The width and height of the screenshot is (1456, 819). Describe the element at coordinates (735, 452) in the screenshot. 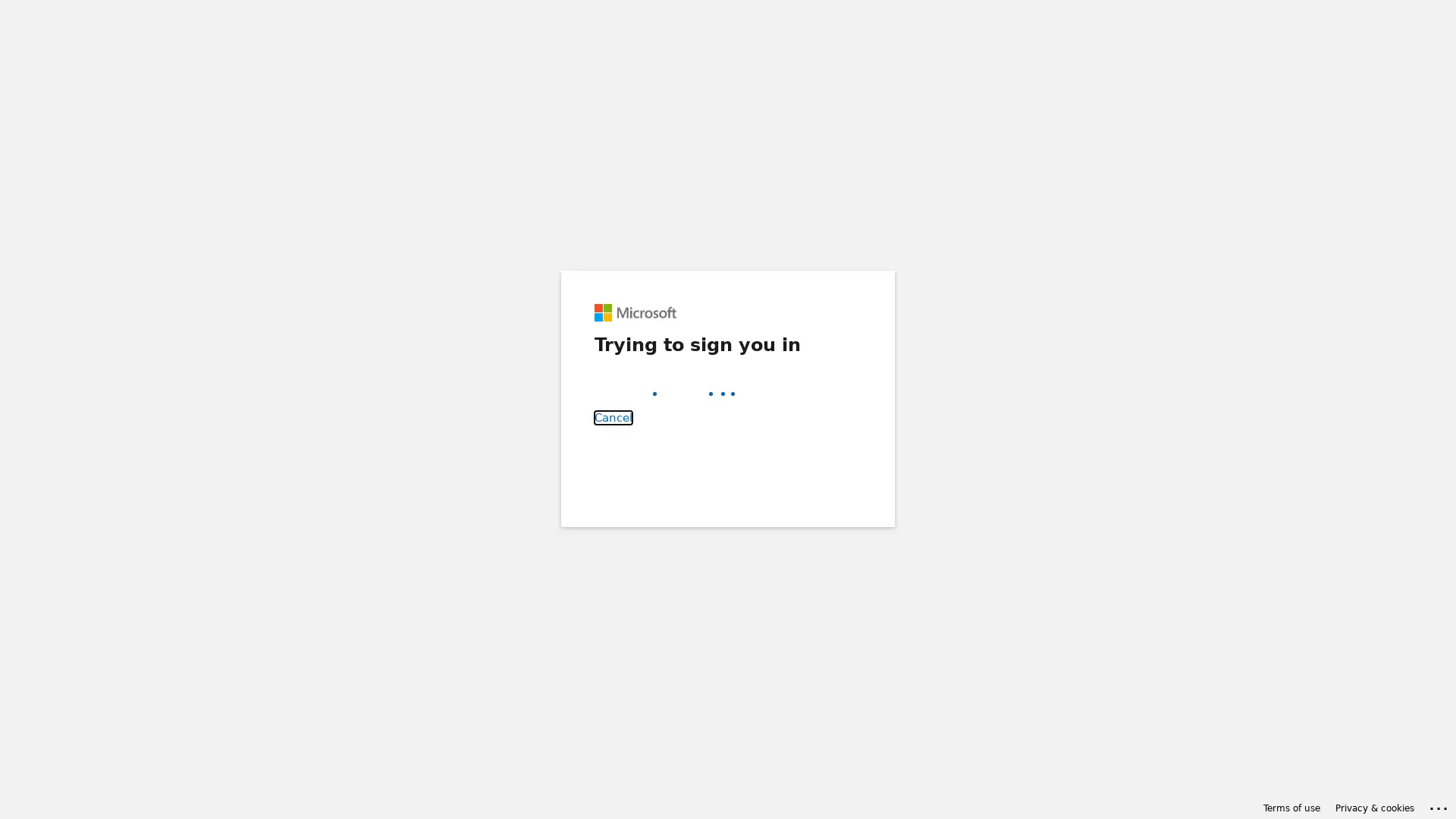

I see `Back` at that location.